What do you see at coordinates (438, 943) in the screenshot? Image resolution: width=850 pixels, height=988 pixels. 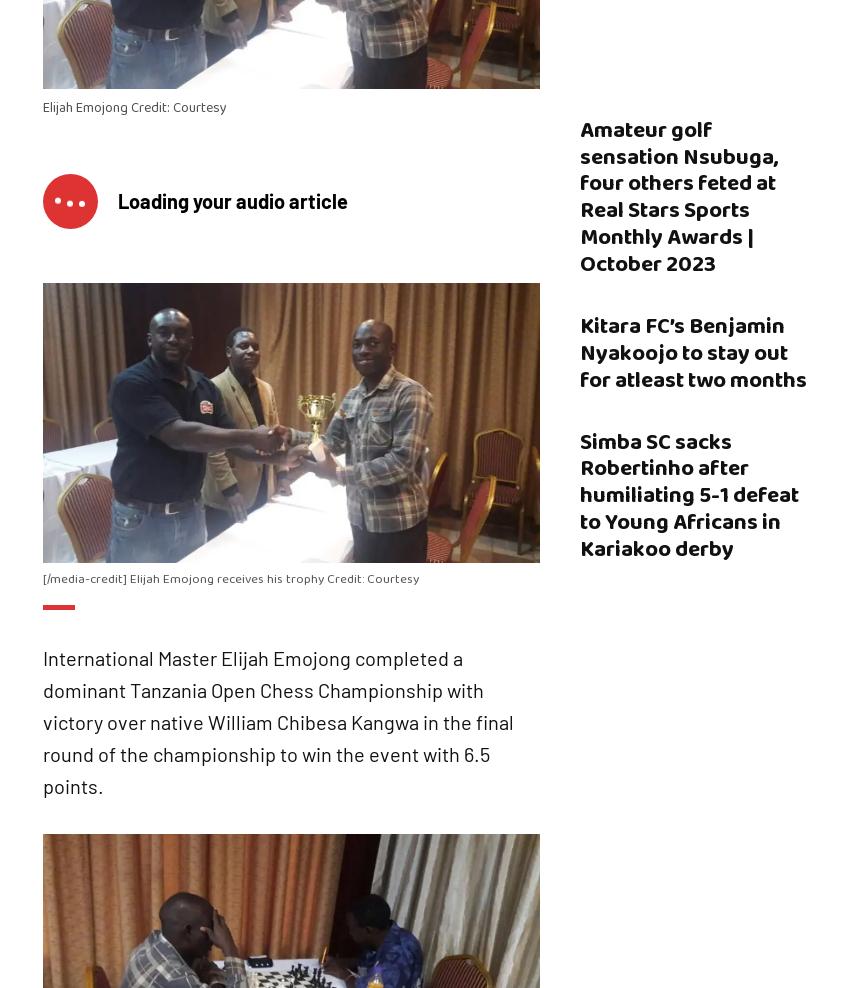 I see `'Search powered by Jetpack'` at bounding box center [438, 943].